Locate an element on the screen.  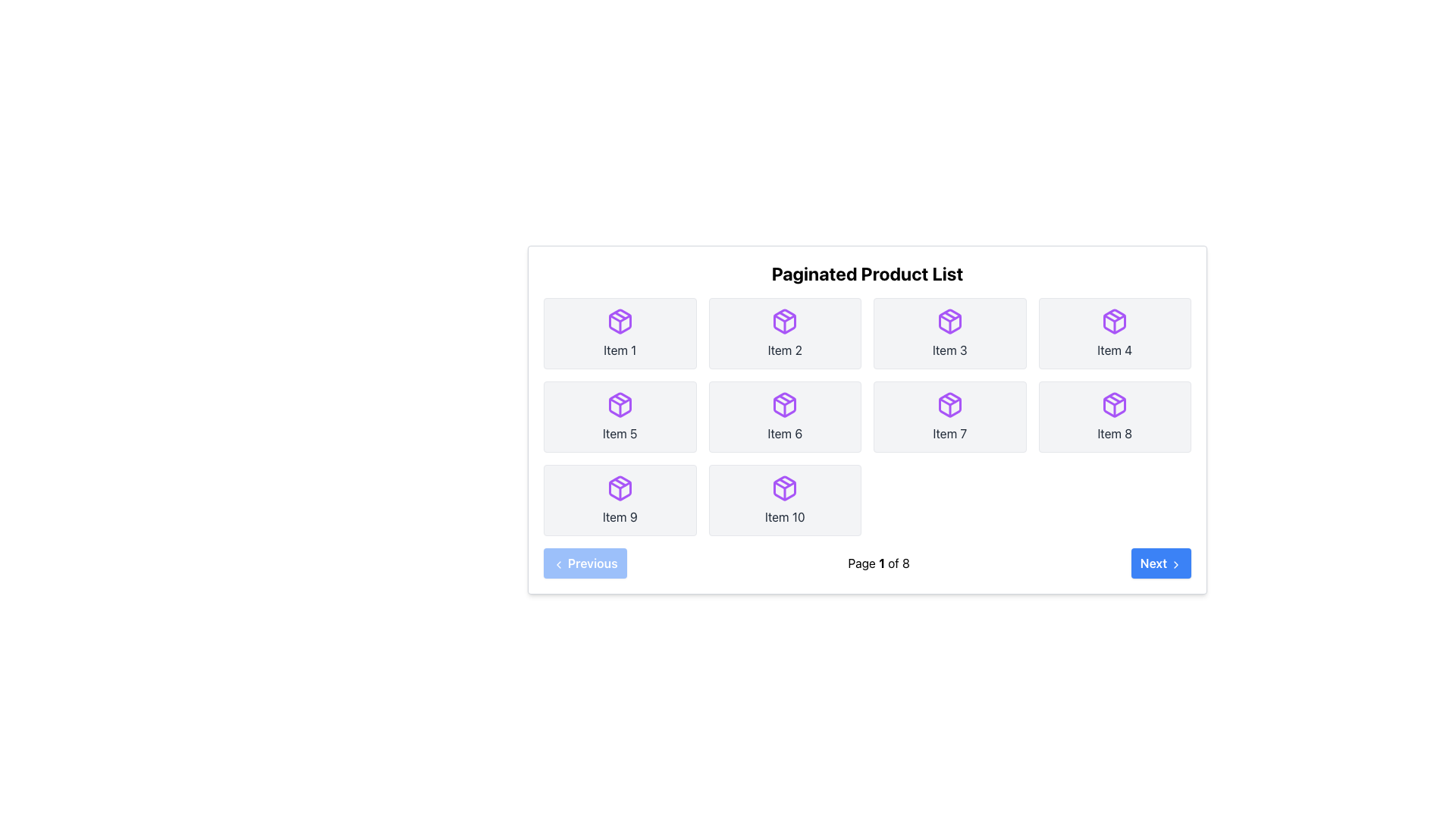
the first button in a paginated list representing 'Item 1' is located at coordinates (620, 332).